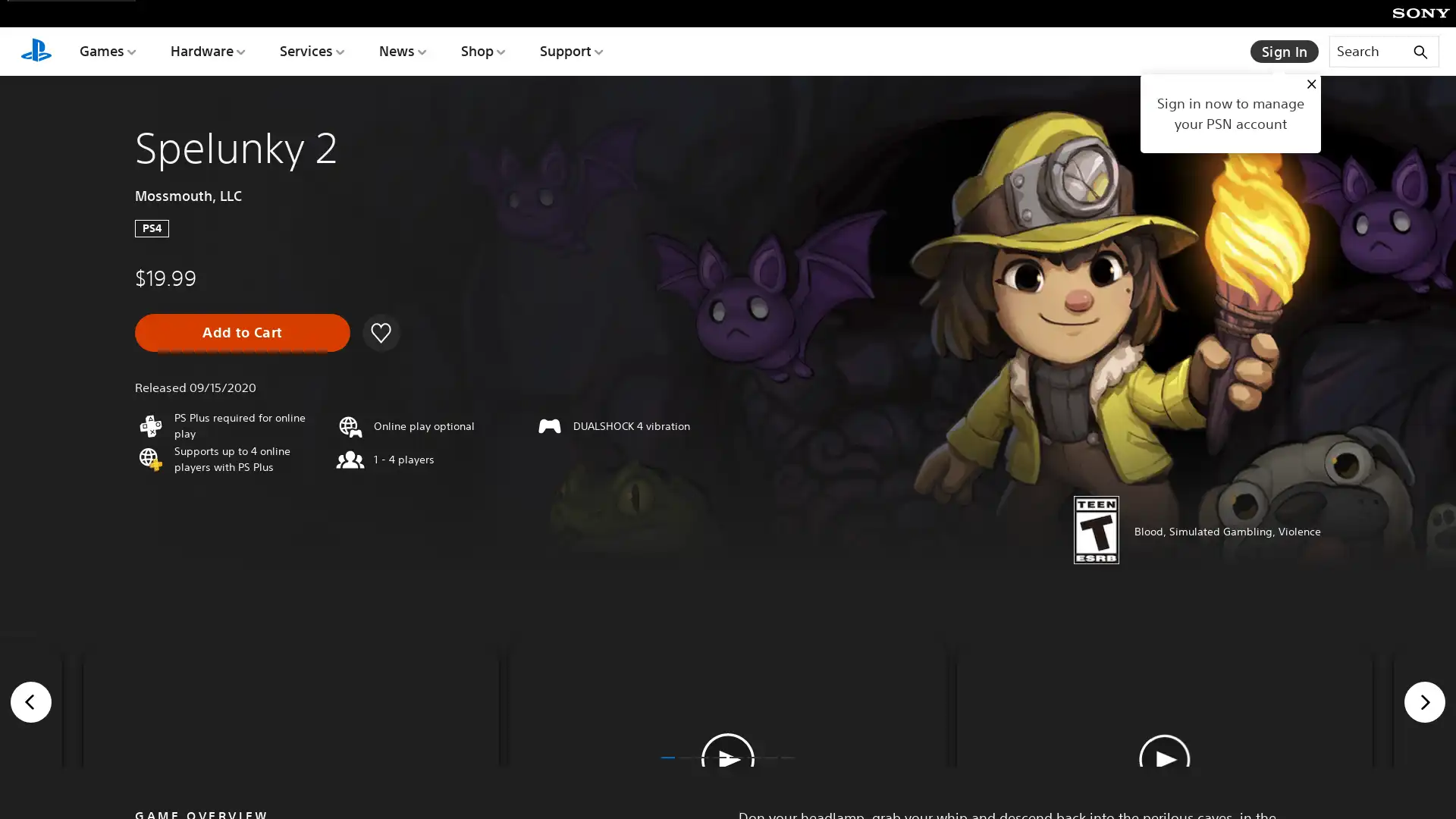  I want to click on Sign In, so click(1284, 51).